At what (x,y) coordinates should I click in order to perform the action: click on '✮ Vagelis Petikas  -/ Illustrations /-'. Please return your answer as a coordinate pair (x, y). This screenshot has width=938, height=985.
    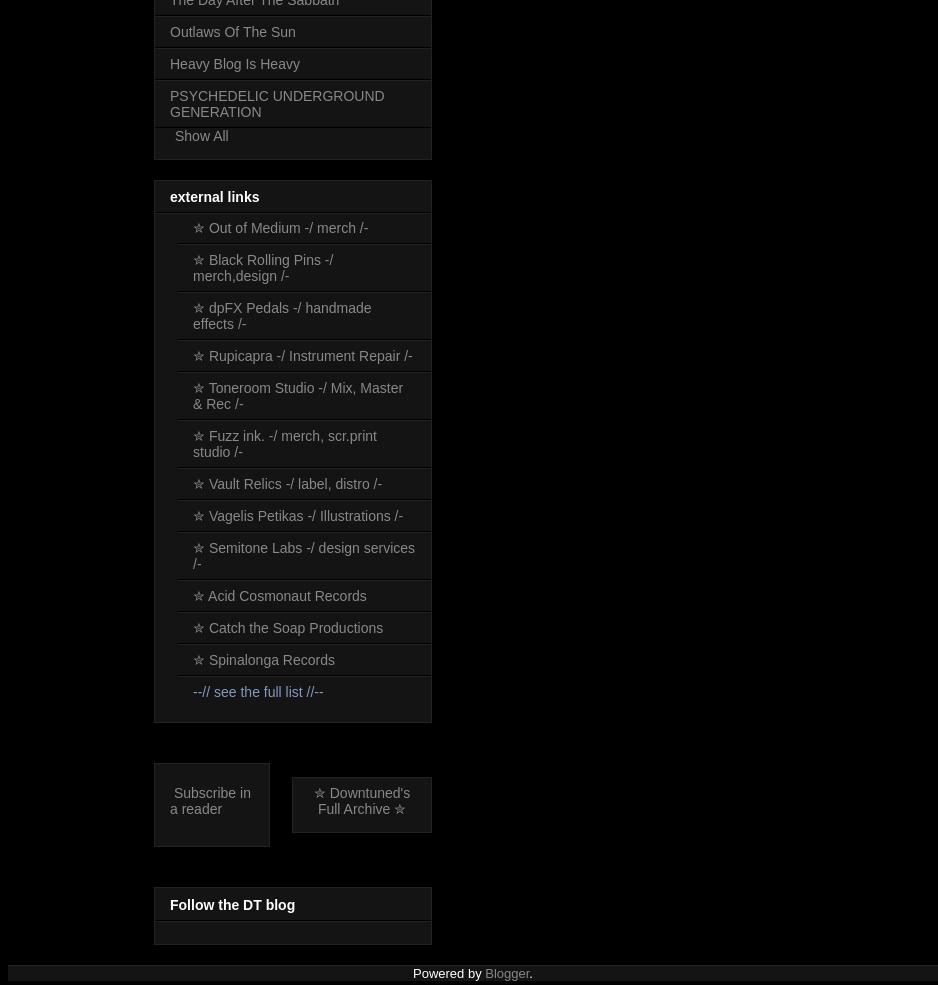
    Looking at the image, I should click on (192, 516).